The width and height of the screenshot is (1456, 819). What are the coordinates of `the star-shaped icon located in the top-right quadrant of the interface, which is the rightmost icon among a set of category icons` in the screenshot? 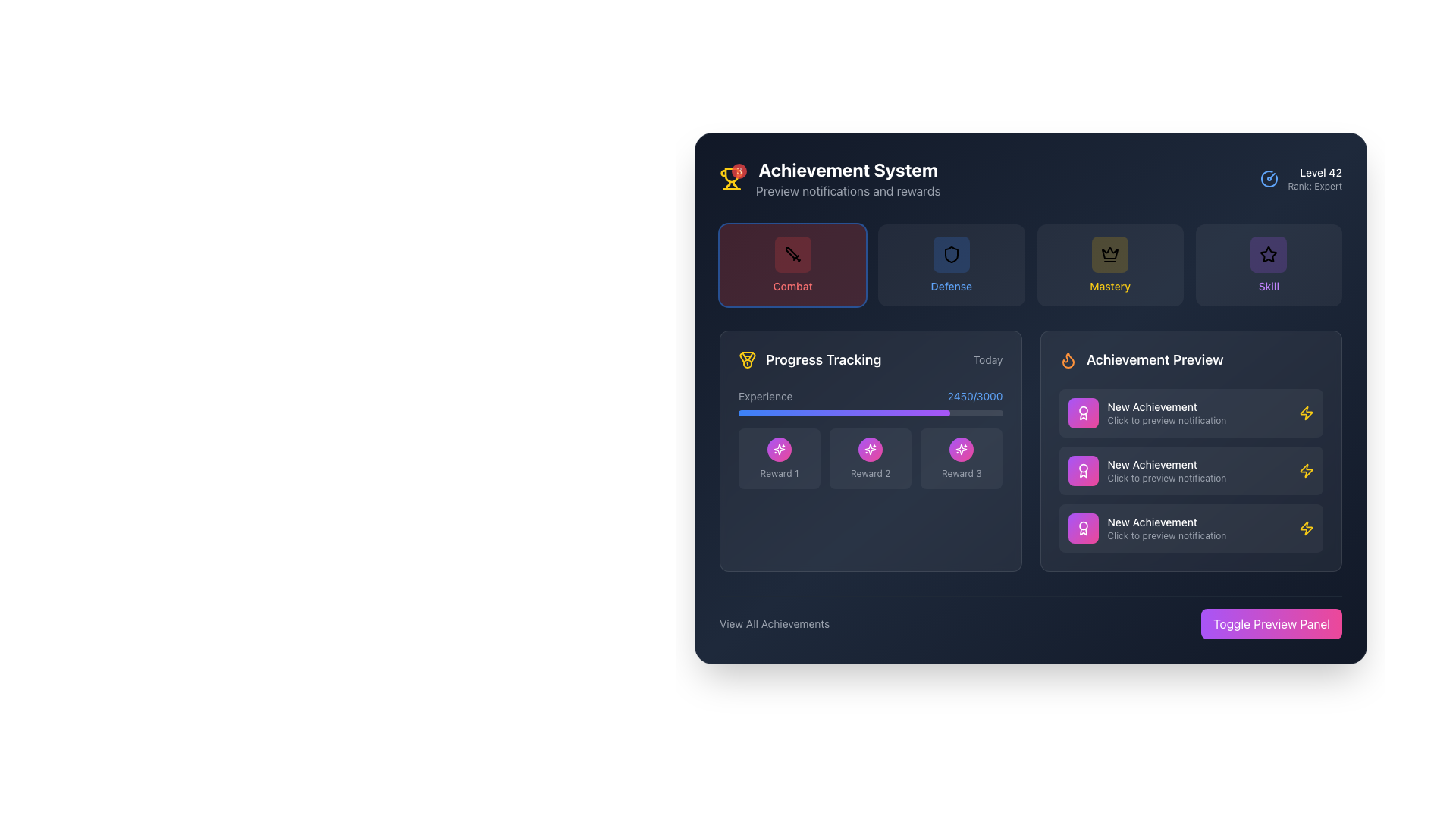 It's located at (1269, 253).